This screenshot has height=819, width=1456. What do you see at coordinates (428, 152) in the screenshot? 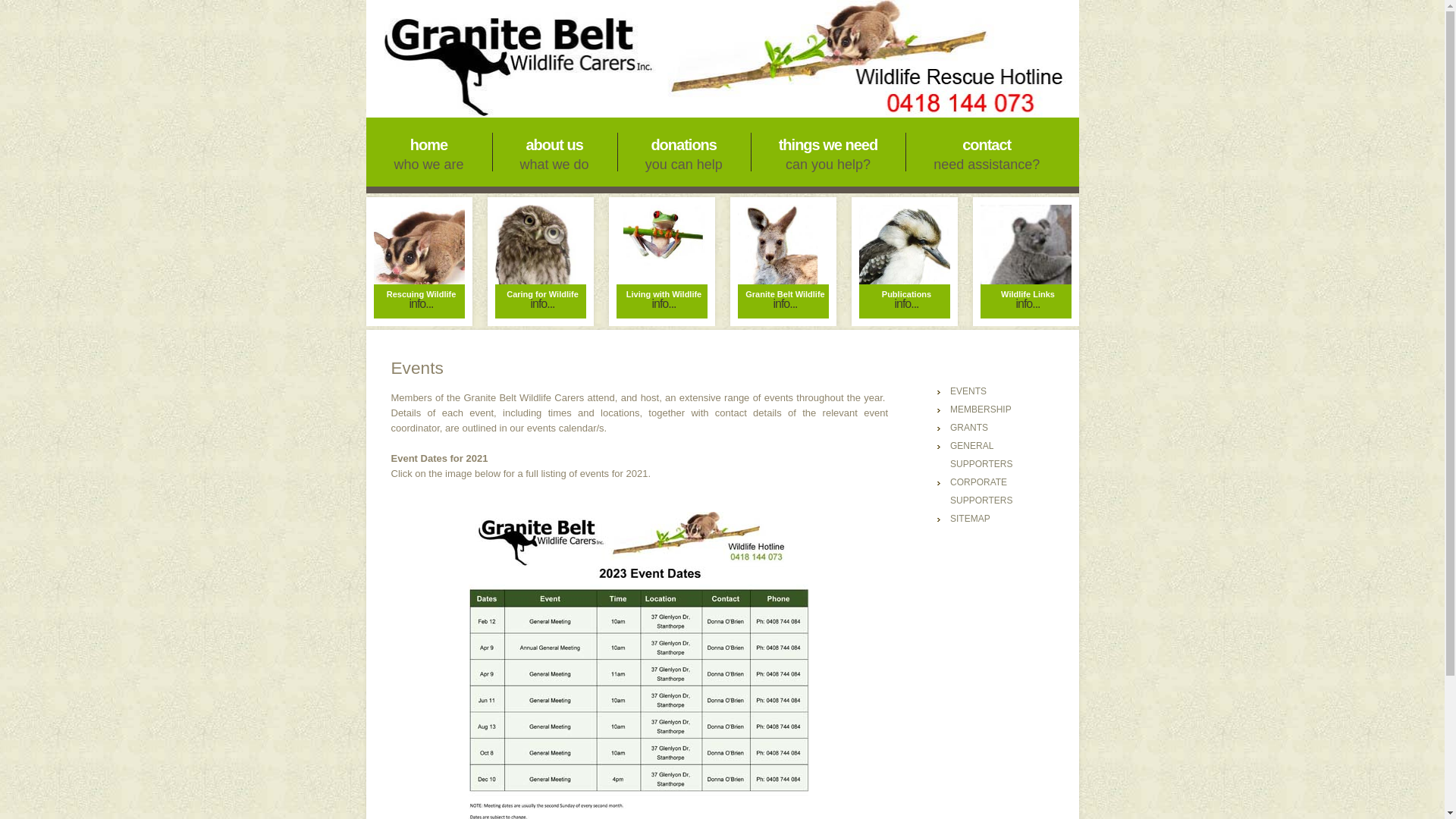
I see `'home` at bounding box center [428, 152].